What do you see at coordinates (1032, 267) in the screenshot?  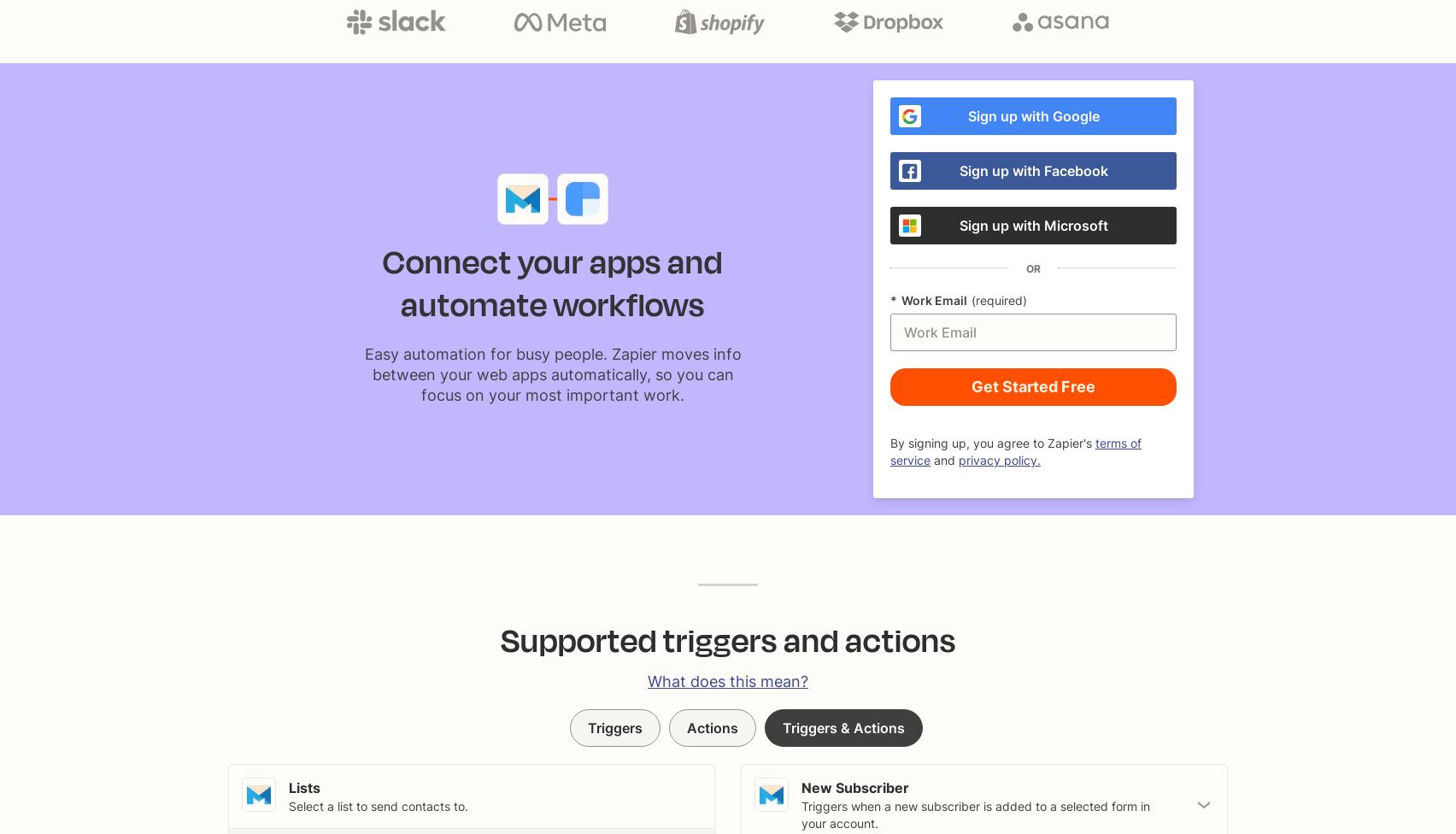 I see `'OR'` at bounding box center [1032, 267].